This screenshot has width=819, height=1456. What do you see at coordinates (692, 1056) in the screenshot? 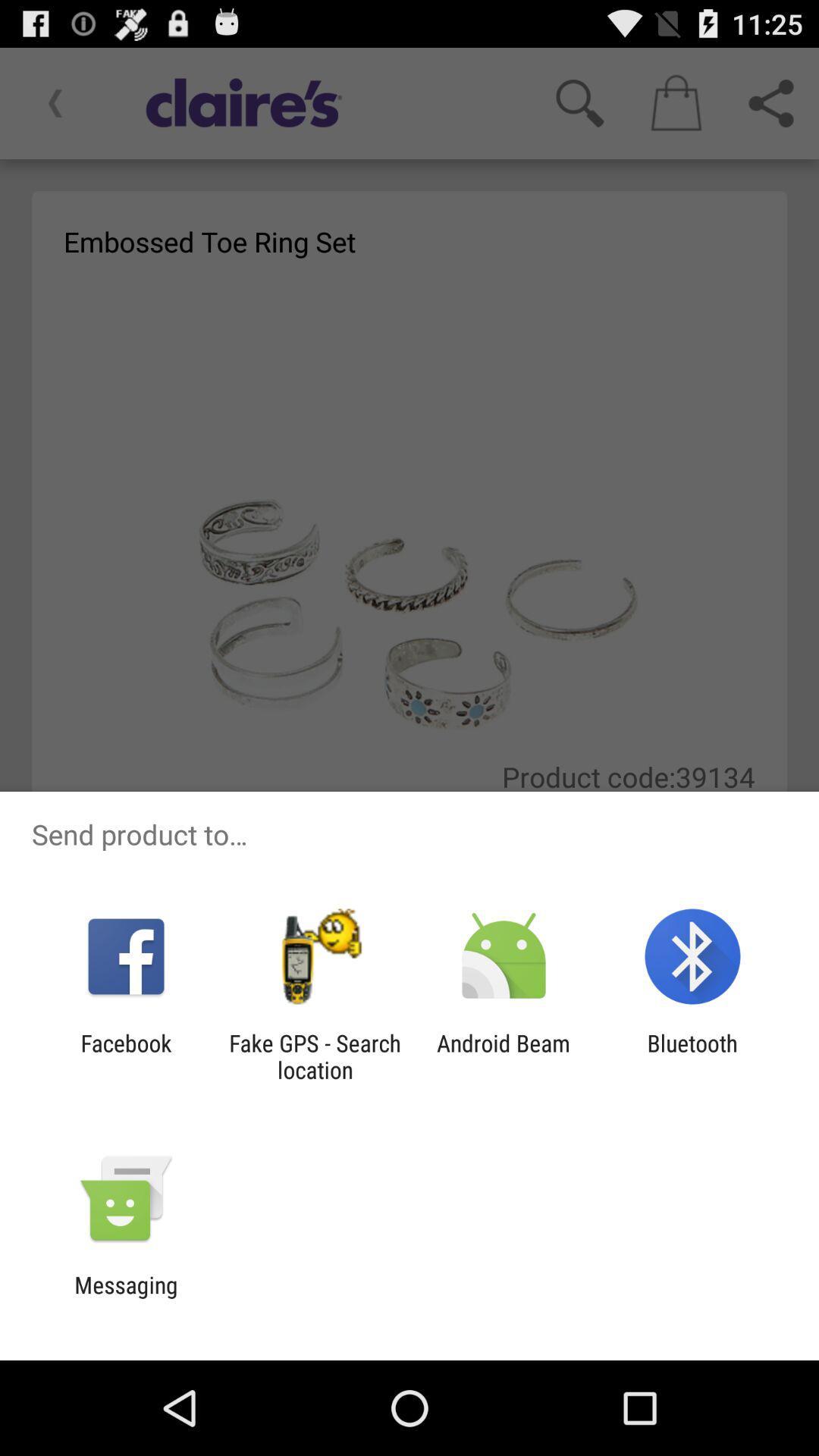
I see `bluetooth icon` at bounding box center [692, 1056].